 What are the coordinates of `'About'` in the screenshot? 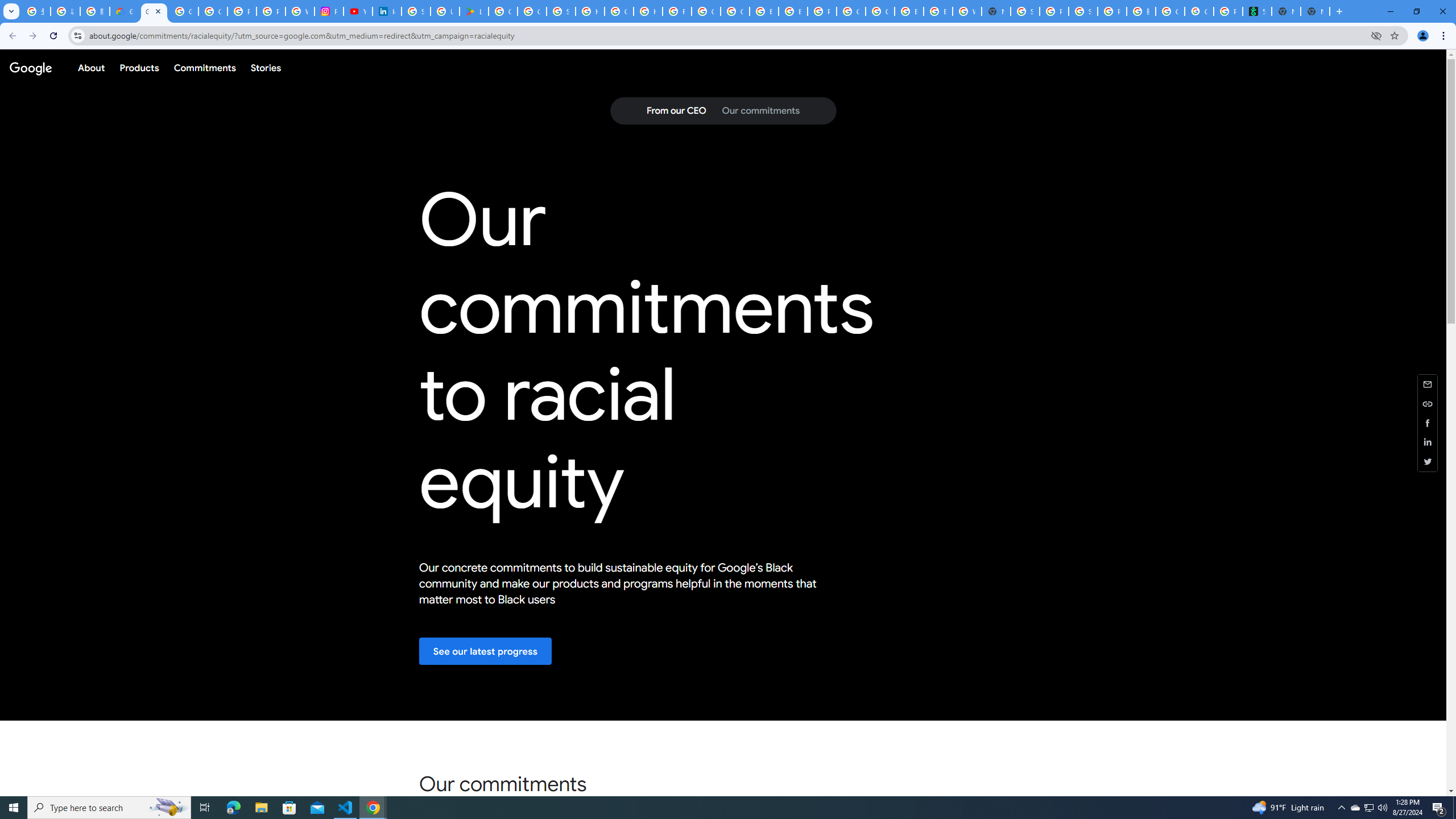 It's located at (90, 67).